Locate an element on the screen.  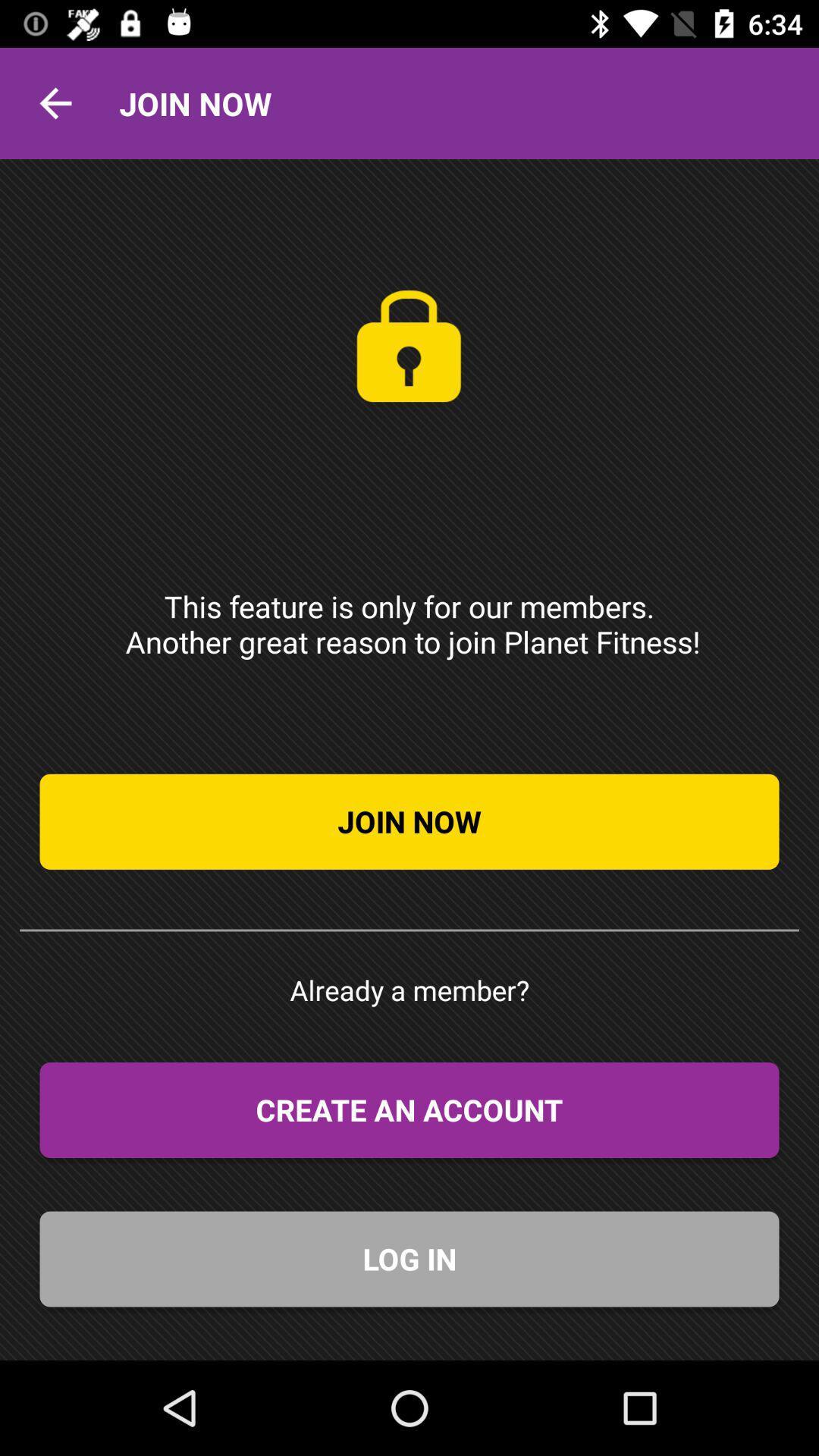
the icon below the already a member? item is located at coordinates (409, 1110).